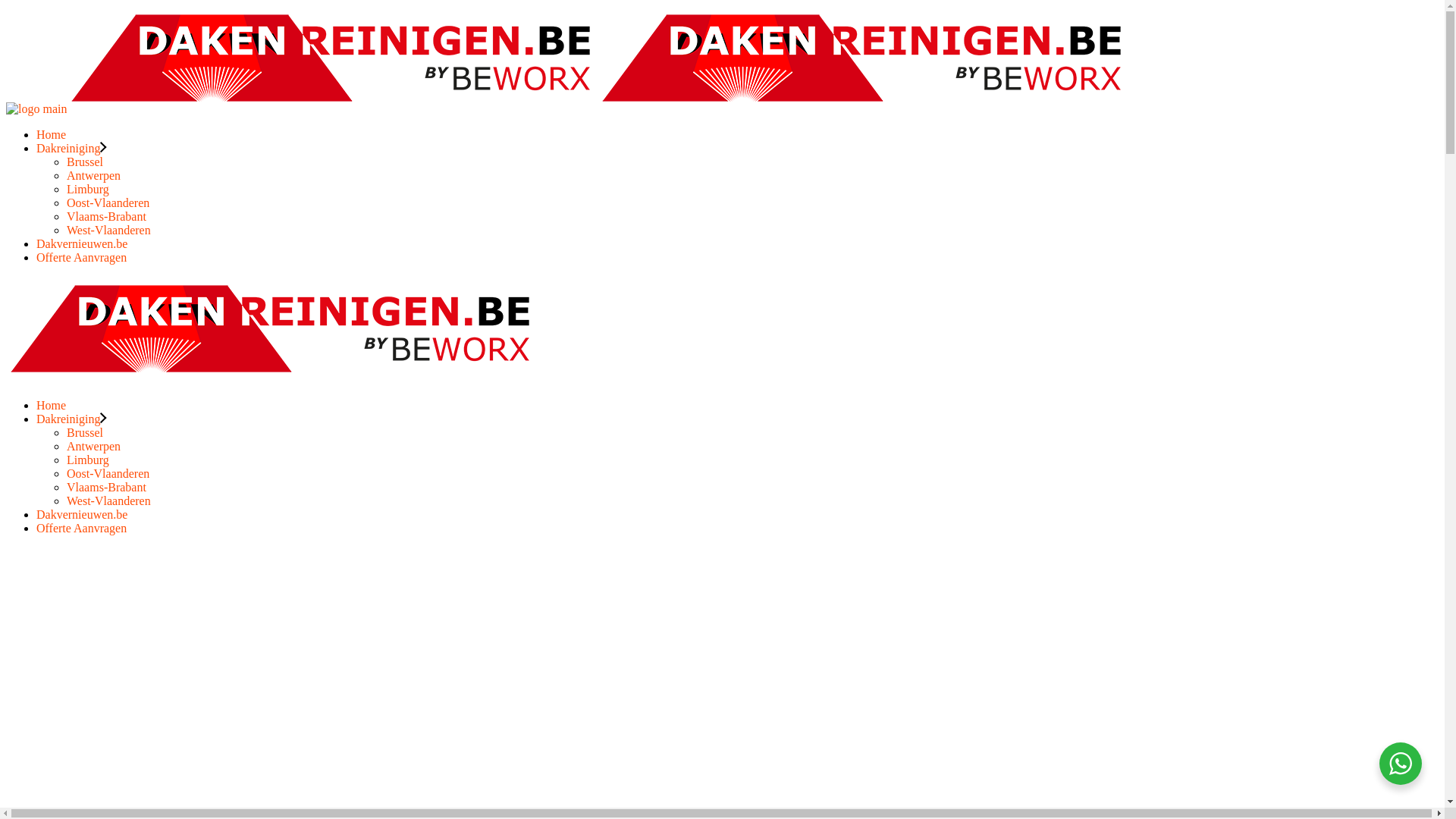  I want to click on 'Brussel', so click(83, 162).